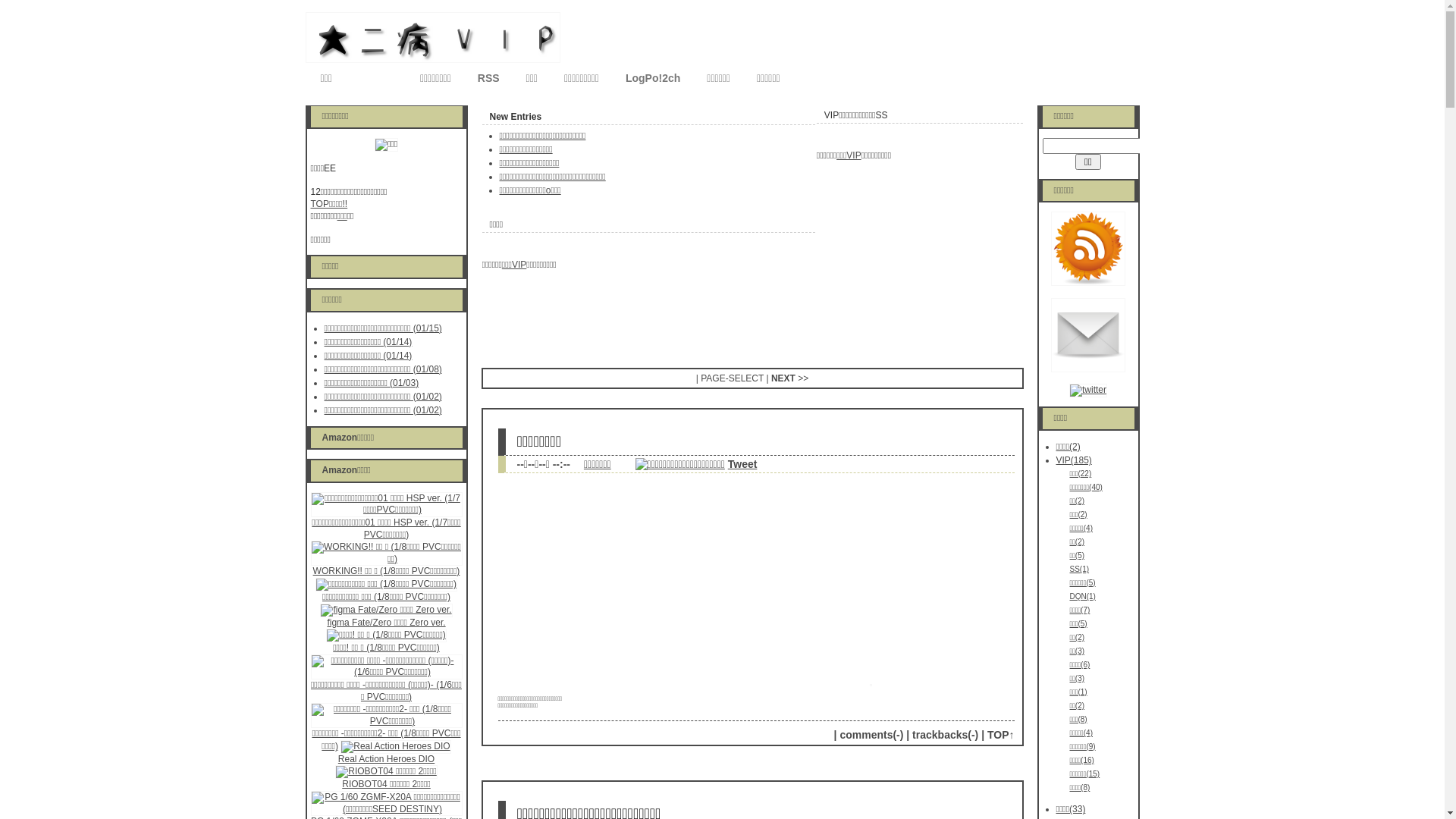 This screenshot has height=819, width=1456. Describe the element at coordinates (1068, 595) in the screenshot. I see `'DQN(1)'` at that location.